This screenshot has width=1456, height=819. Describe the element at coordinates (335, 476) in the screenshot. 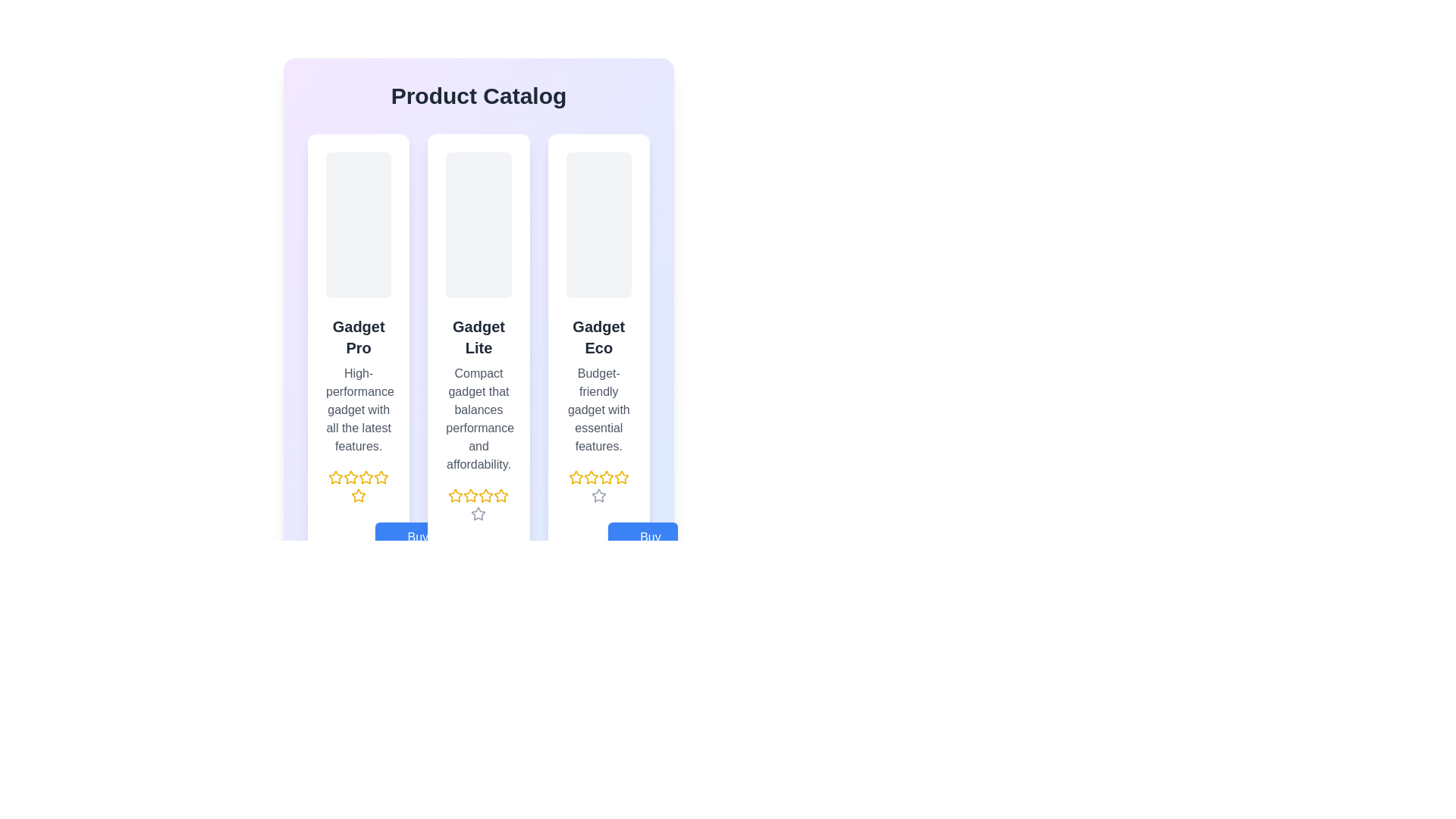

I see `the first star icon` at that location.